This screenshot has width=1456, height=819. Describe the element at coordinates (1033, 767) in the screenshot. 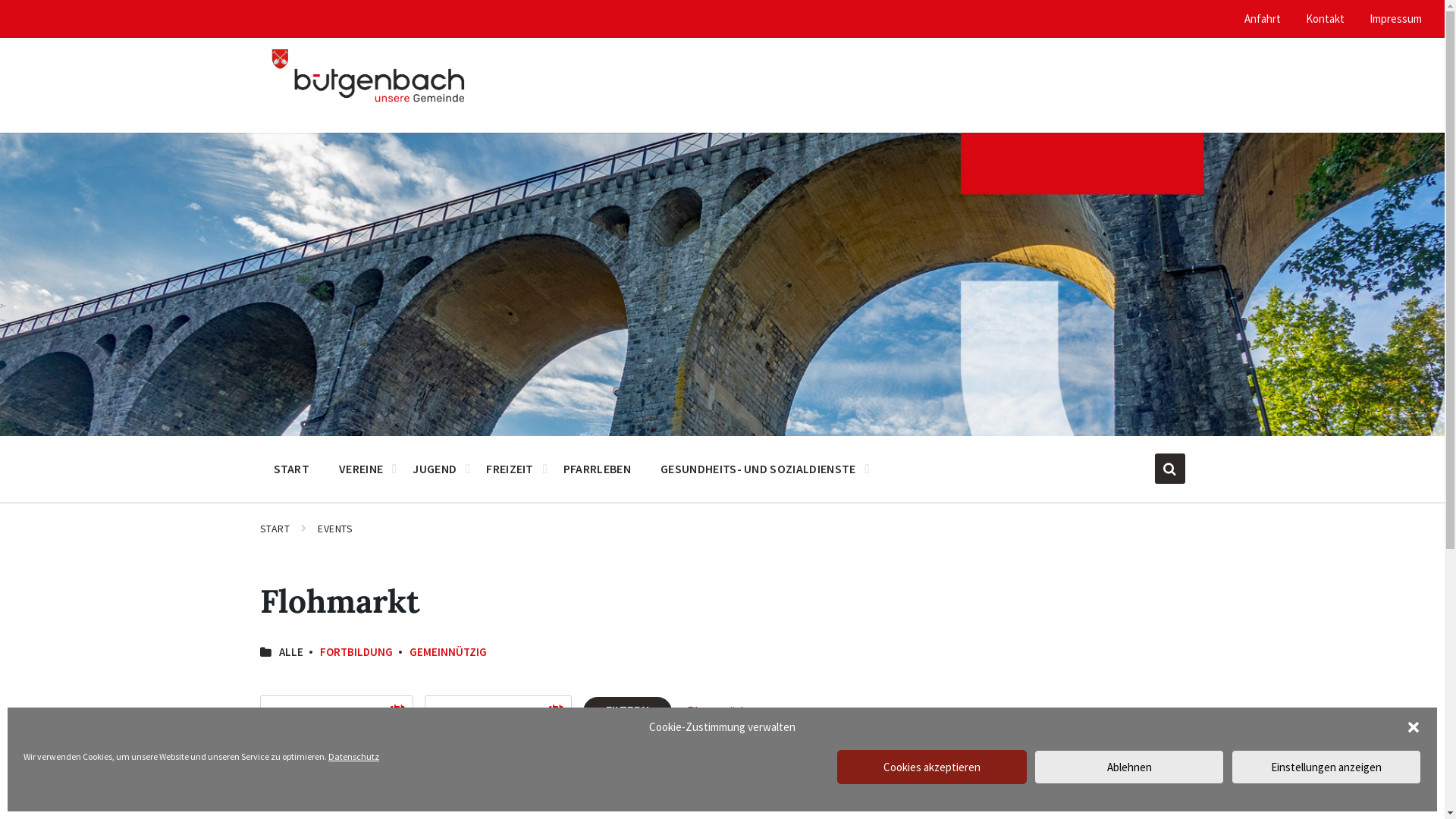

I see `'Ablehnen'` at that location.